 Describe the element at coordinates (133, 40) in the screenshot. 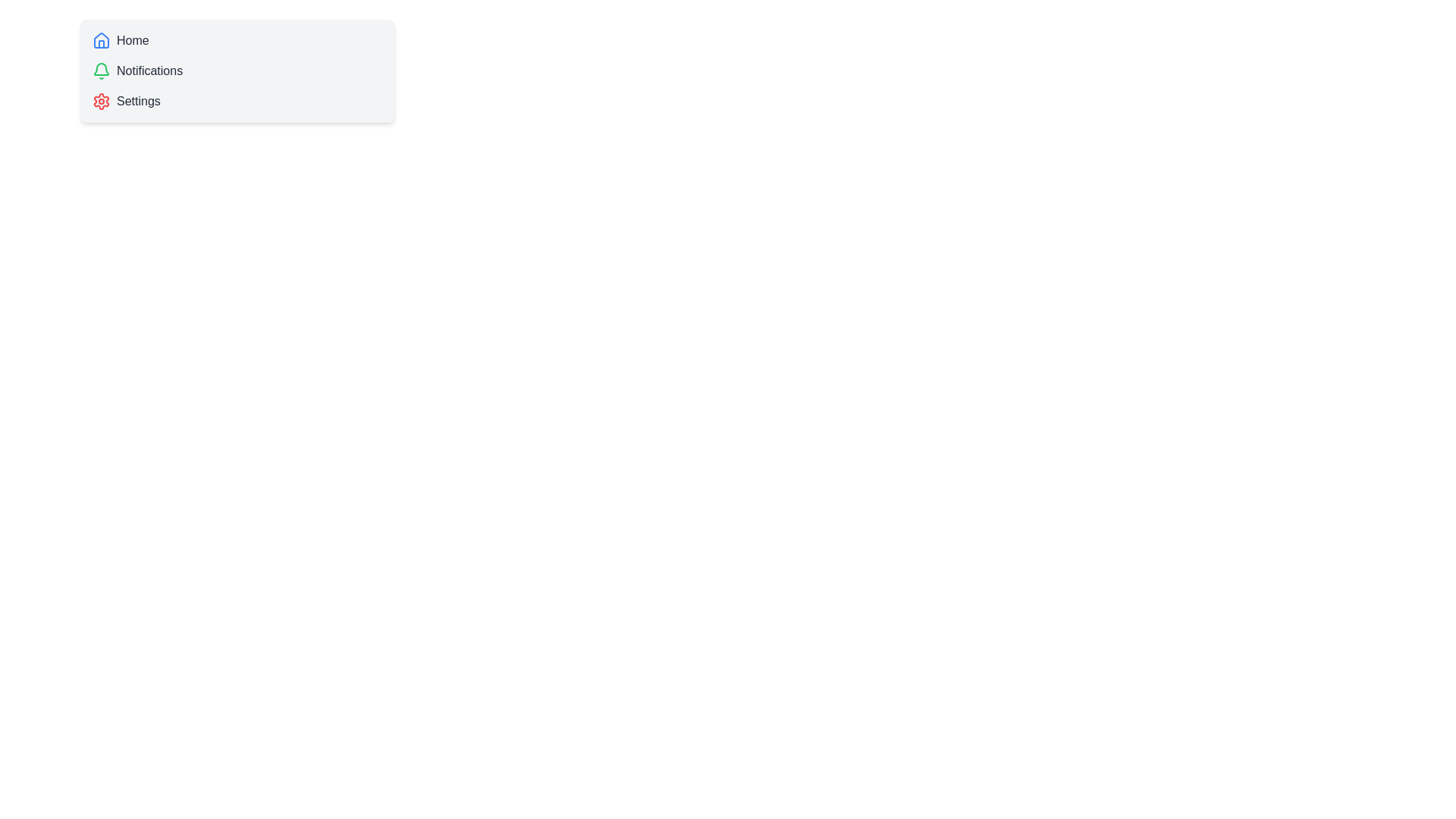

I see `the text label reading 'Home', which is styled in bold gray font and positioned next to a blue 'house' icon in a vertical navigation layout` at that location.